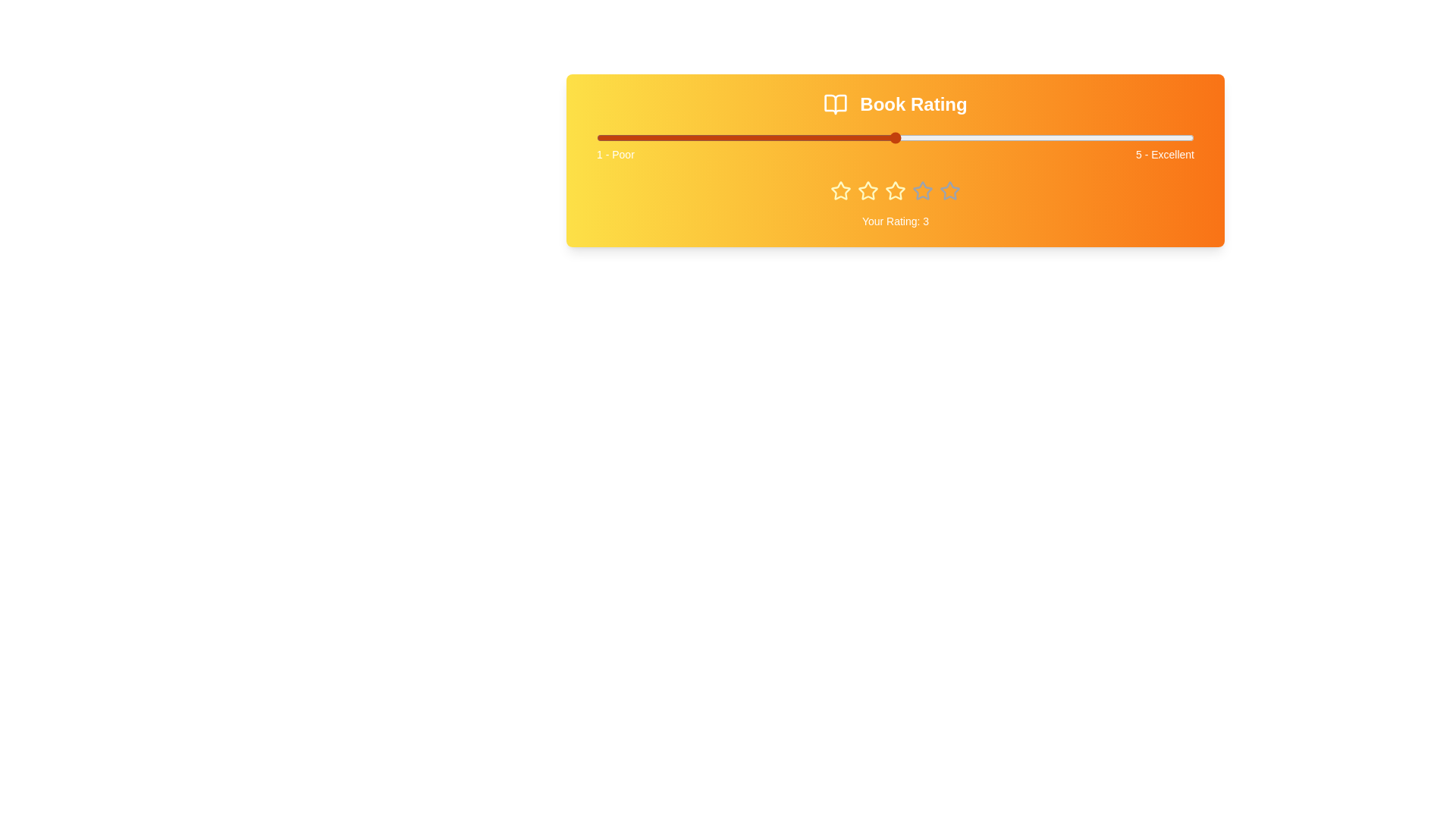 Image resolution: width=1456 pixels, height=819 pixels. What do you see at coordinates (895, 137) in the screenshot?
I see `the book rating` at bounding box center [895, 137].